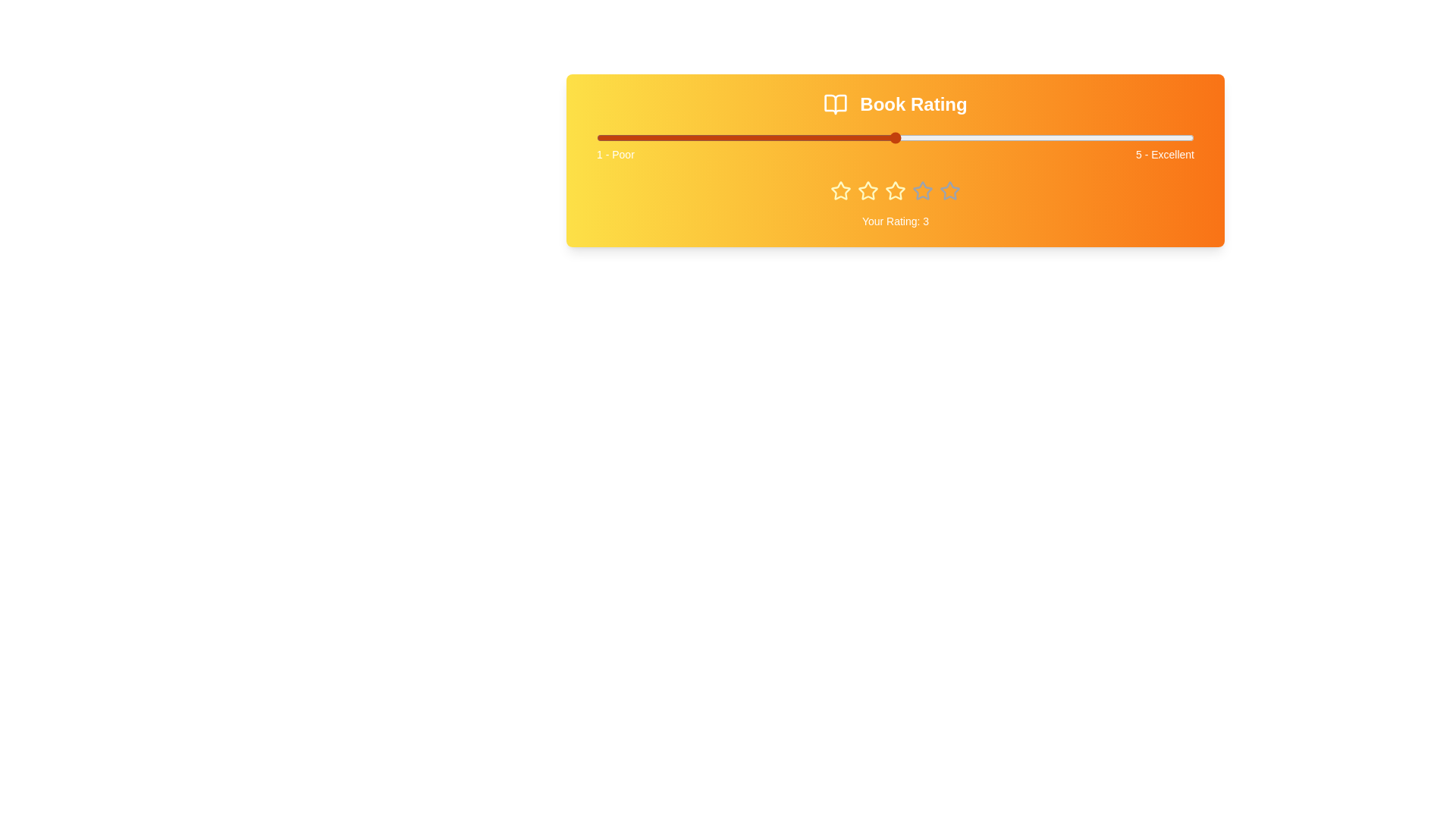 Image resolution: width=1456 pixels, height=819 pixels. What do you see at coordinates (895, 137) in the screenshot?
I see `the book rating` at bounding box center [895, 137].